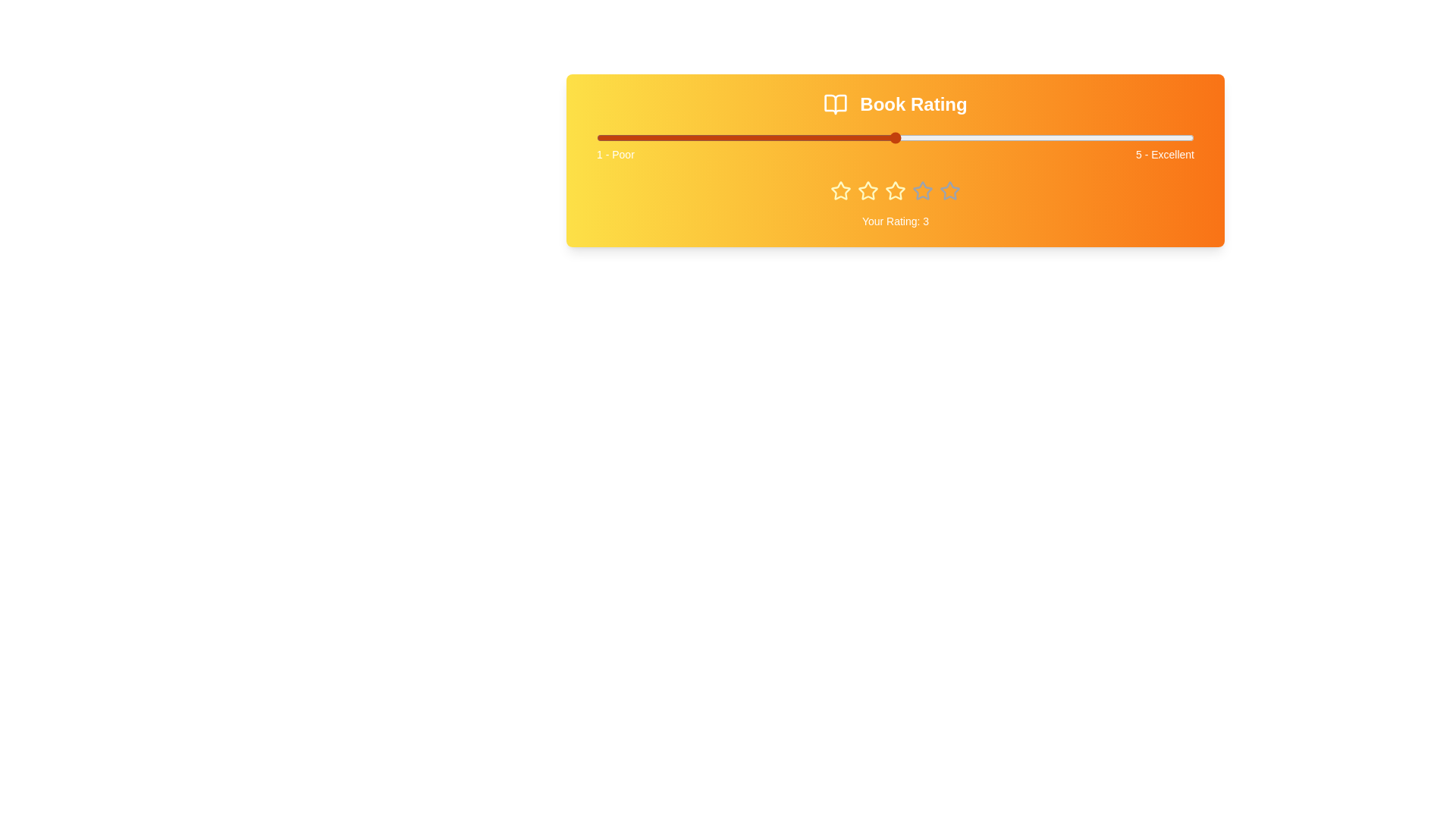 Image resolution: width=1456 pixels, height=819 pixels. What do you see at coordinates (895, 137) in the screenshot?
I see `the book rating` at bounding box center [895, 137].